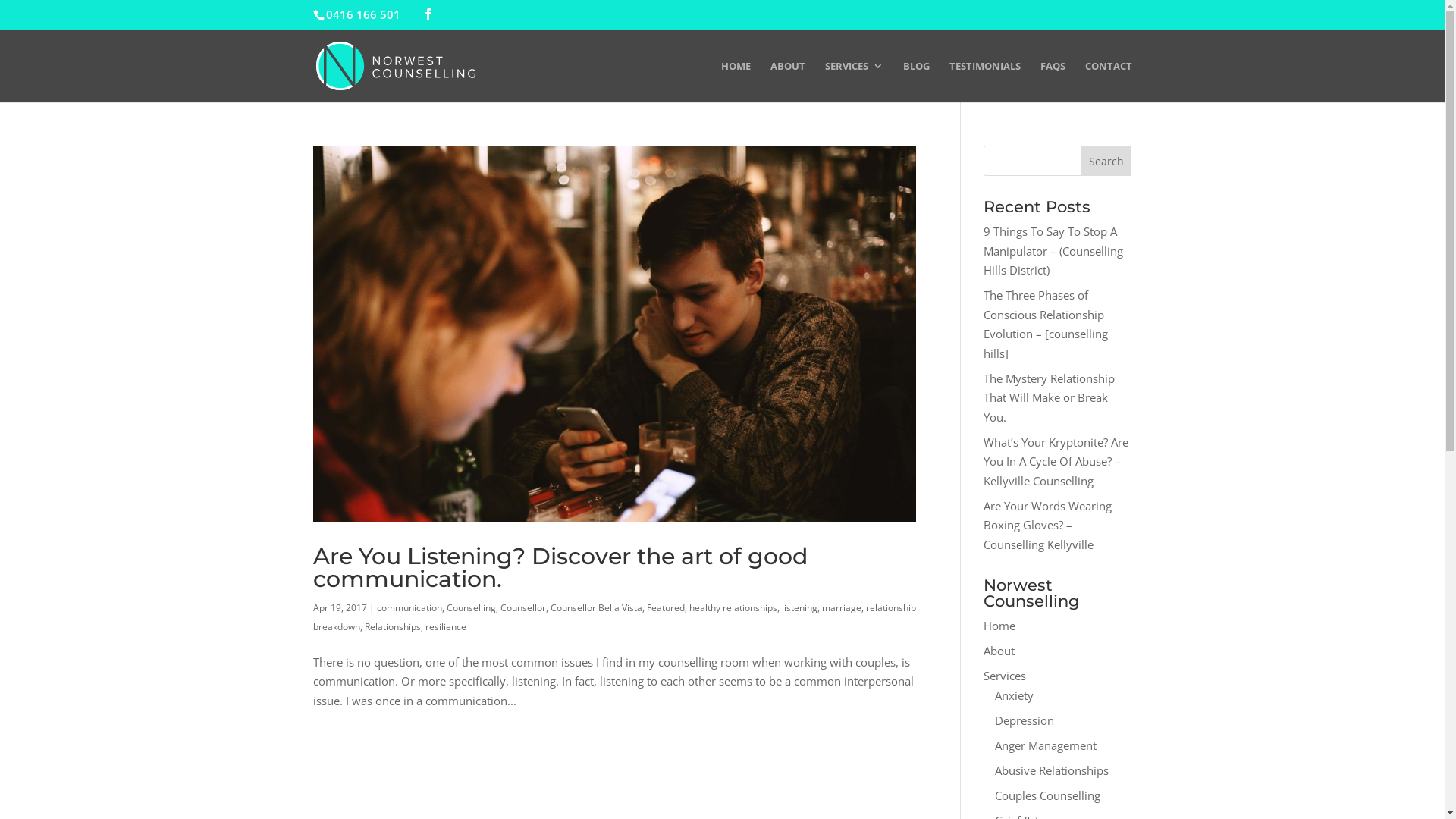 Image resolution: width=1456 pixels, height=819 pixels. What do you see at coordinates (1106, 161) in the screenshot?
I see `'Search'` at bounding box center [1106, 161].